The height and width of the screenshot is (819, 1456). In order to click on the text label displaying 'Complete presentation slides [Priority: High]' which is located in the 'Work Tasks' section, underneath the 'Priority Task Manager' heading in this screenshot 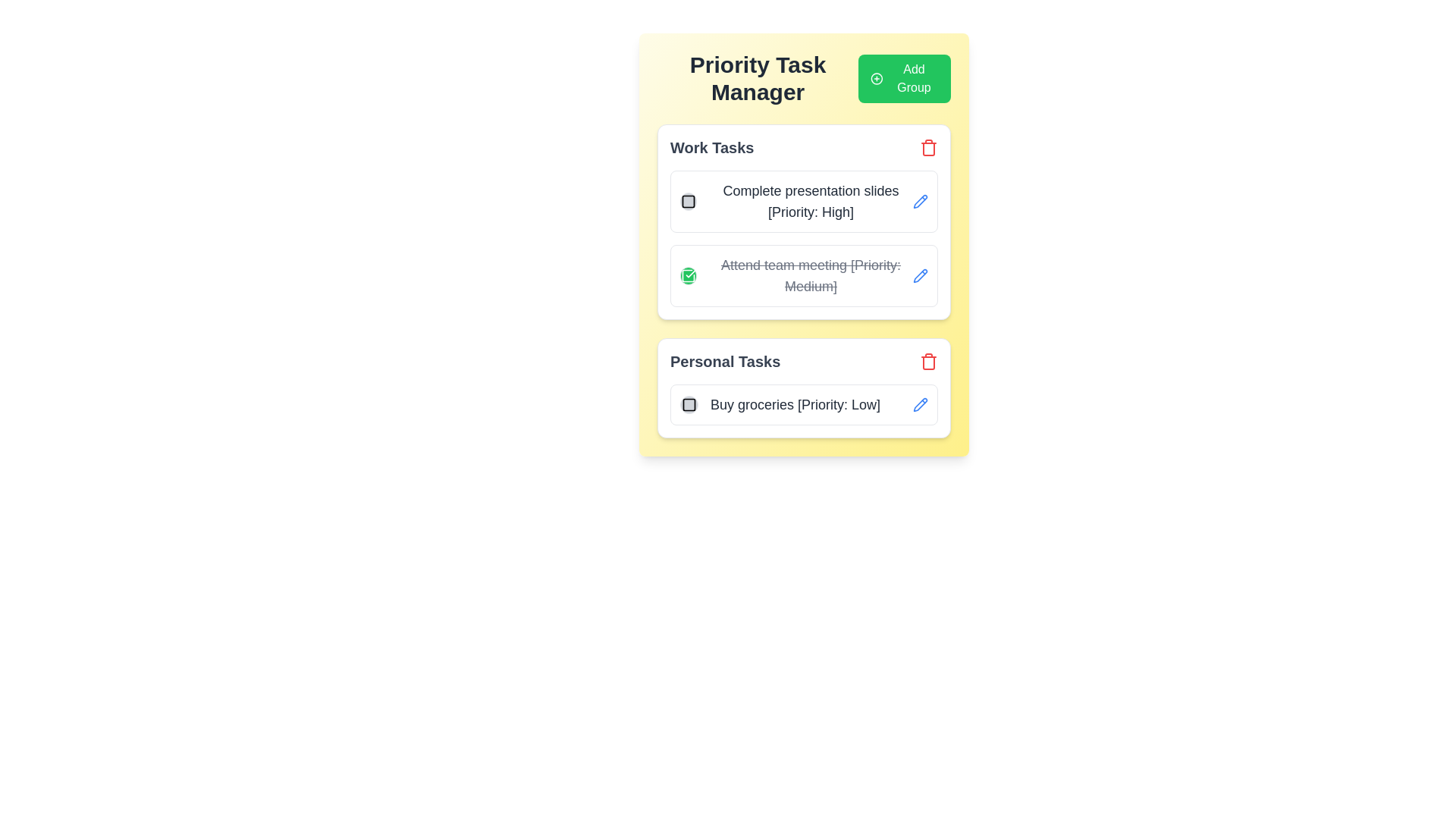, I will do `click(795, 201)`.